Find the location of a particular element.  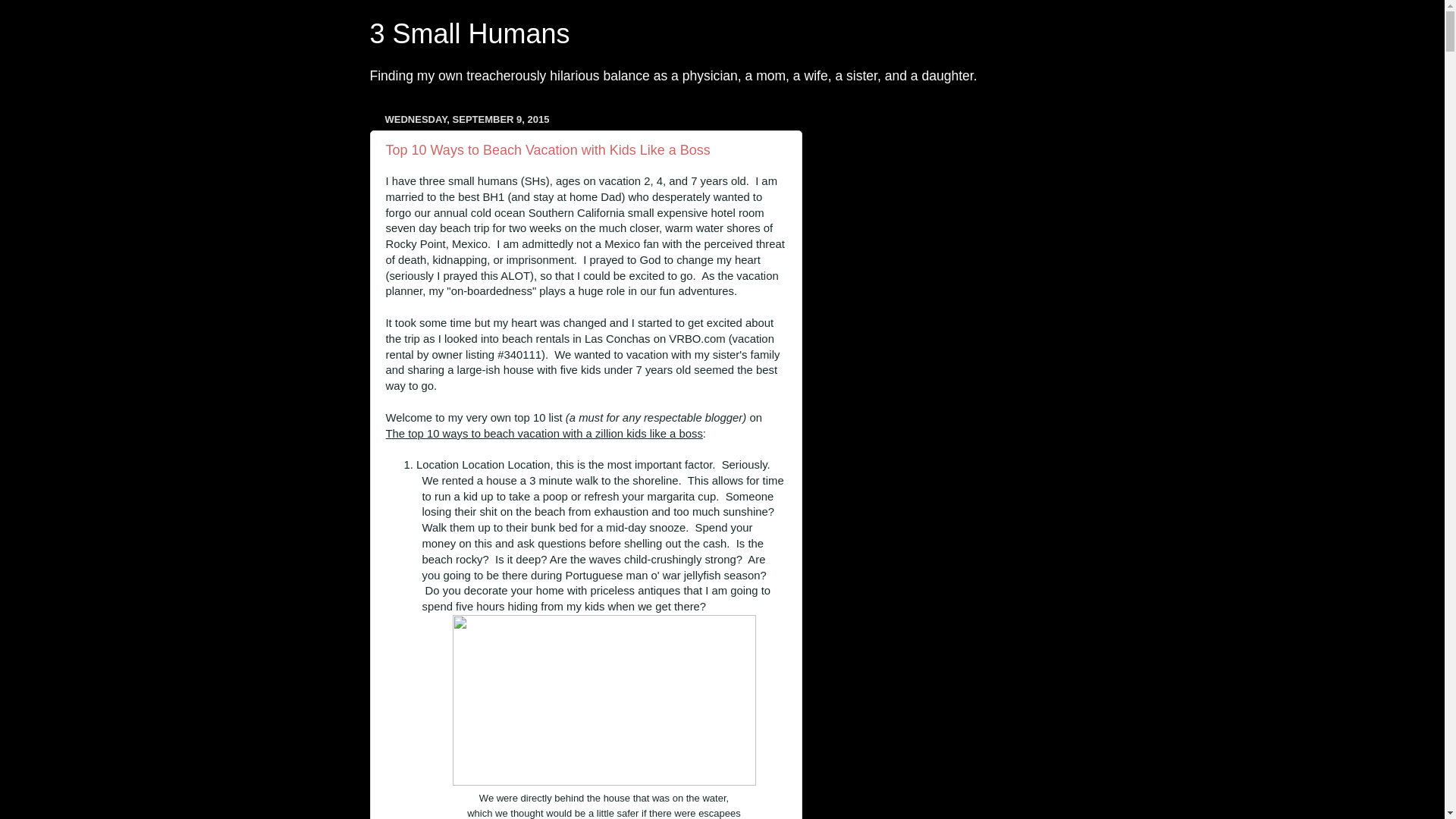

'Top 10 Ways to Beach Vacation with Kids Like a Boss' is located at coordinates (546, 149).